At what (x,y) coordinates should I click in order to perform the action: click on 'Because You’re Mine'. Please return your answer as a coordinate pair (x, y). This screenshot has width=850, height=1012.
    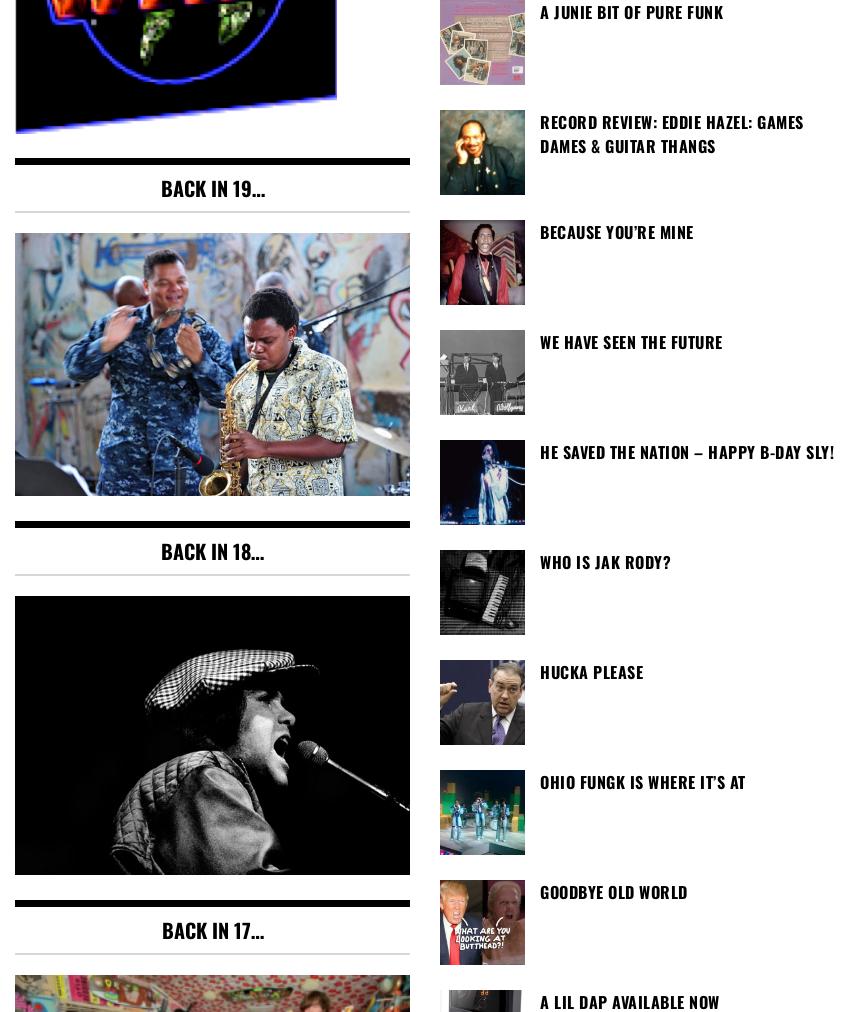
    Looking at the image, I should click on (615, 231).